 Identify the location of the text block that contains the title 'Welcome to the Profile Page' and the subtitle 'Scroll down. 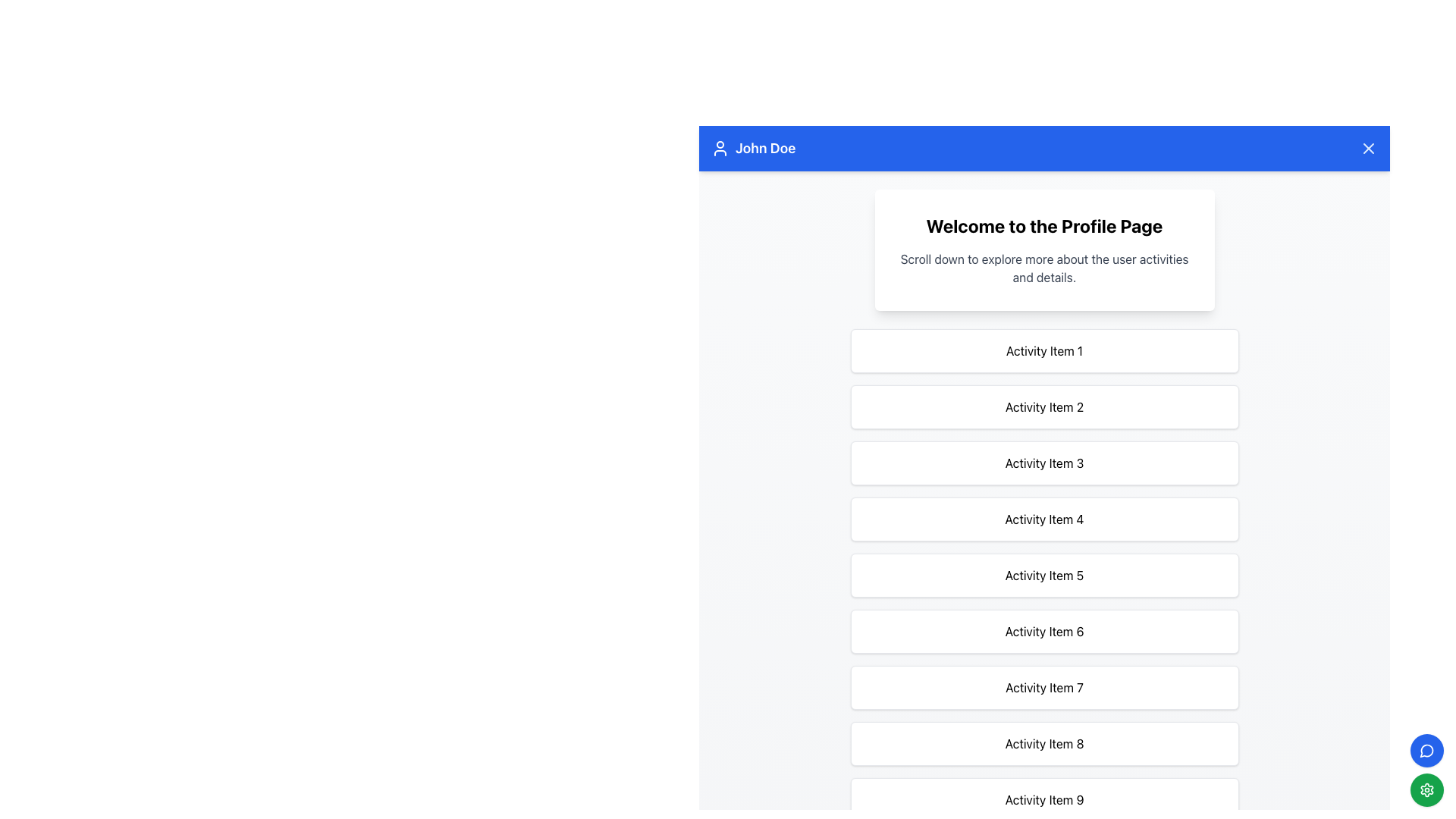
(1043, 249).